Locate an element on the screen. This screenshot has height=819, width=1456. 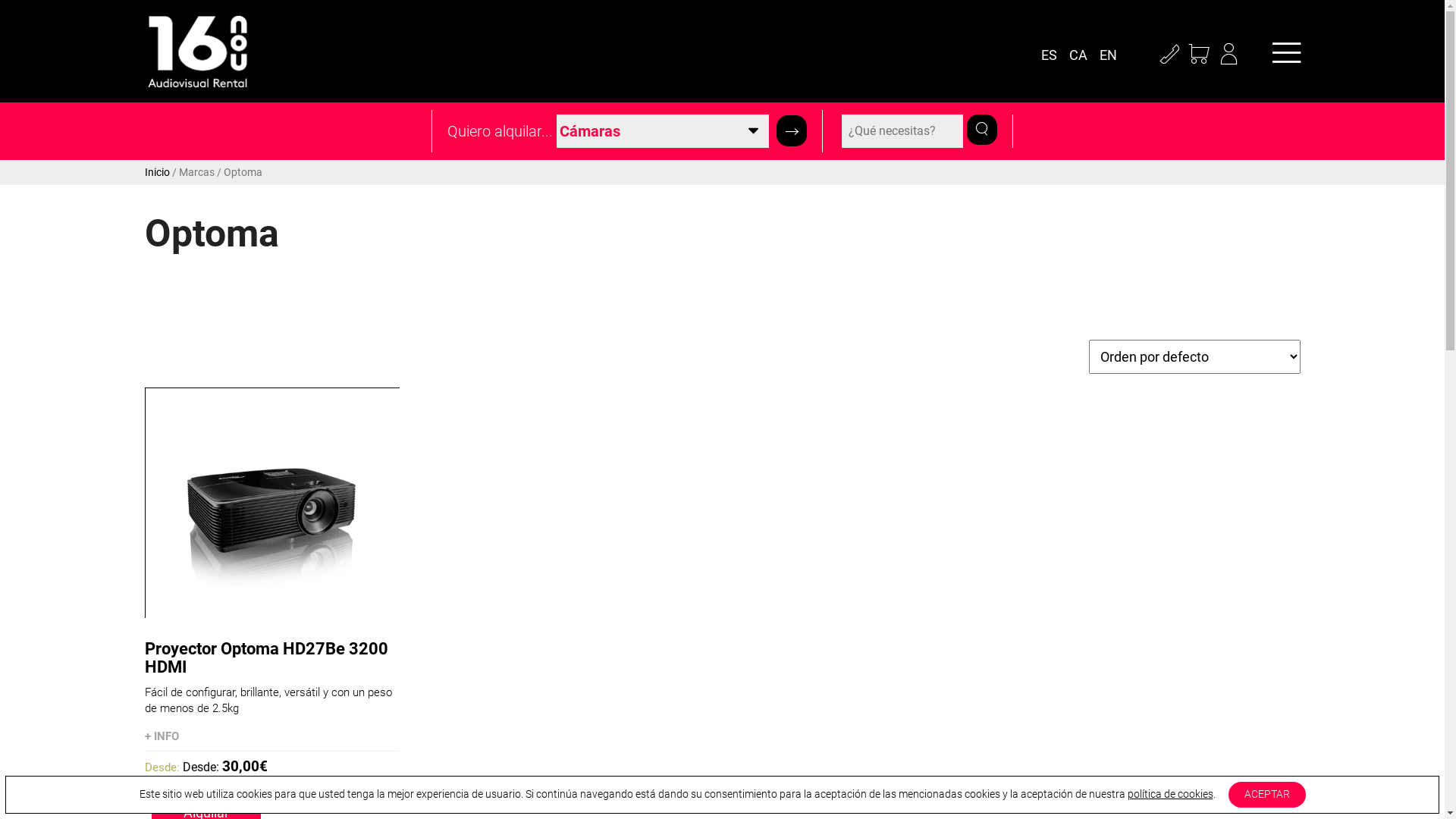
'Inicio' is located at coordinates (156, 171).